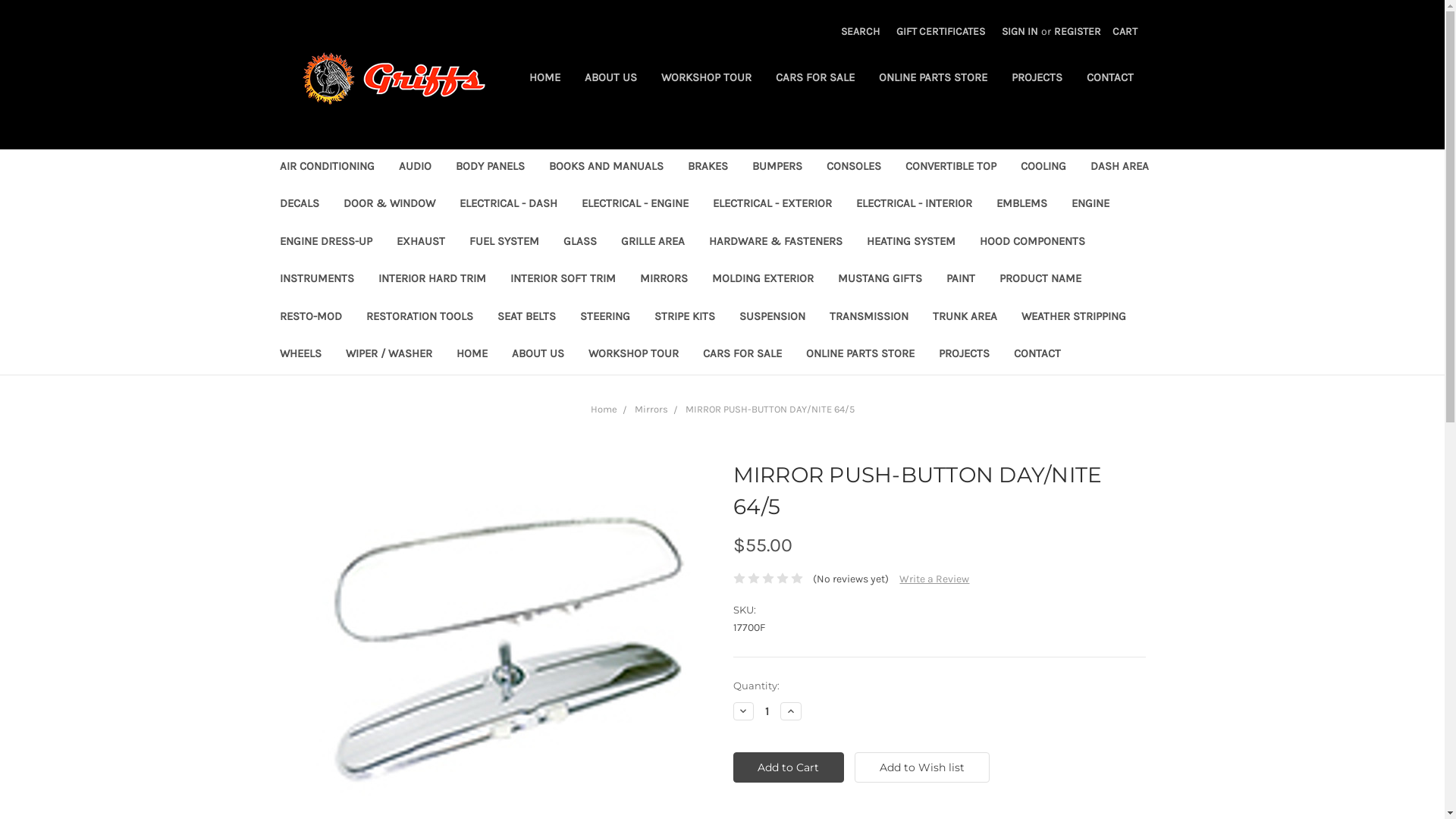 The image size is (1456, 819). Describe the element at coordinates (1072, 317) in the screenshot. I see `'WEATHER STRIPPING'` at that location.